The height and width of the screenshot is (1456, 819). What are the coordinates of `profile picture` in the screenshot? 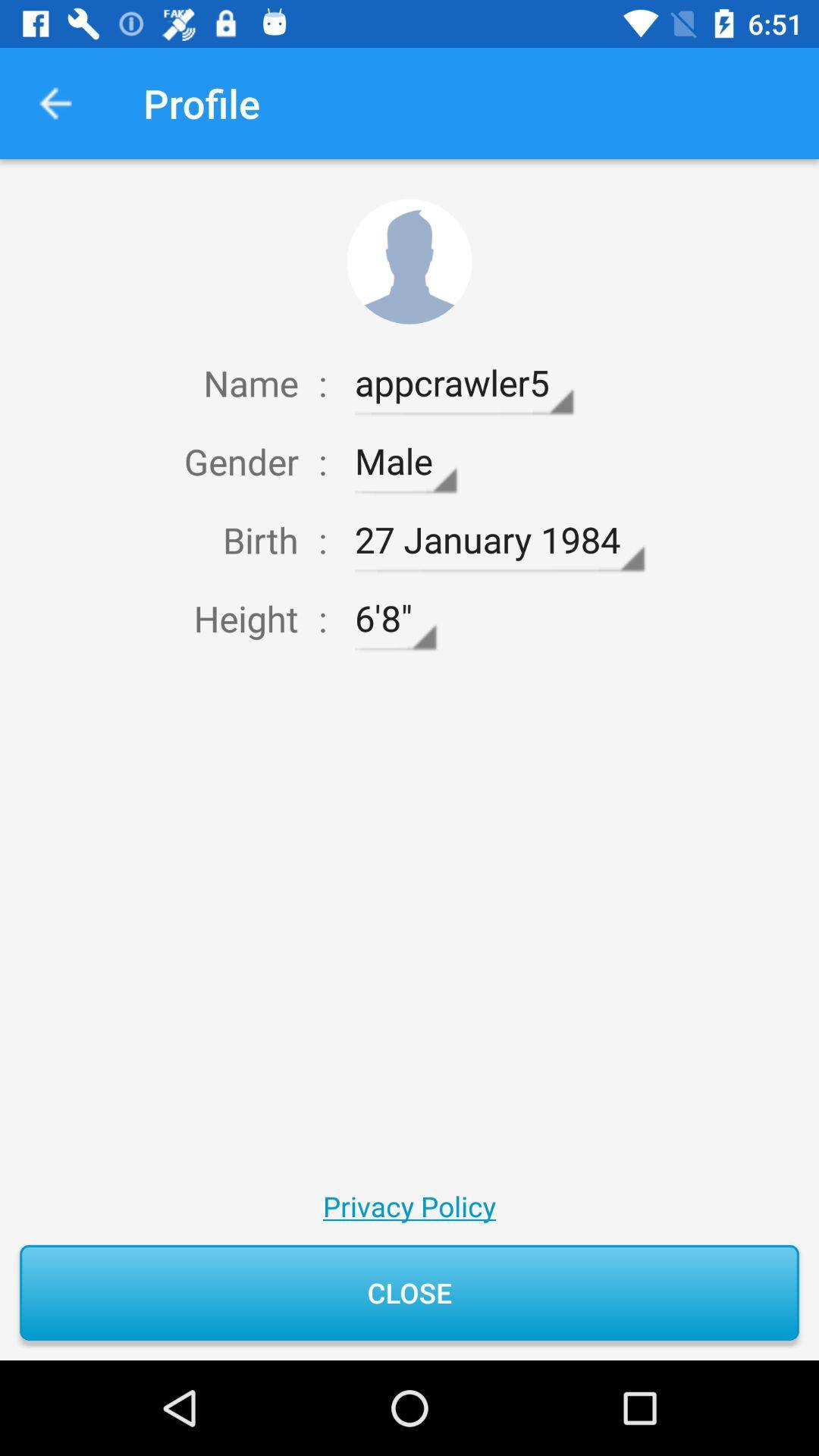 It's located at (409, 262).